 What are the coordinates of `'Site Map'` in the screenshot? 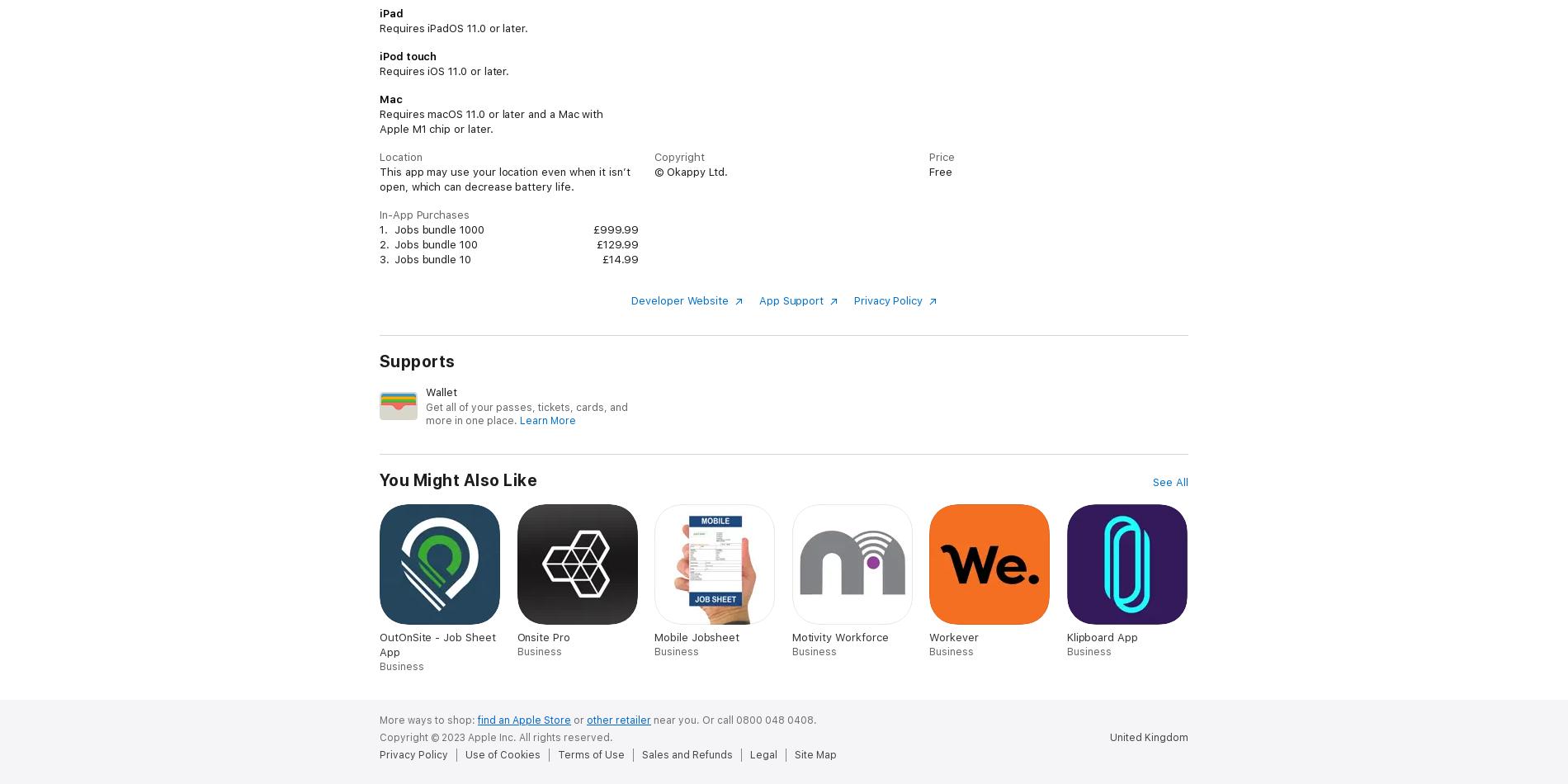 It's located at (815, 753).